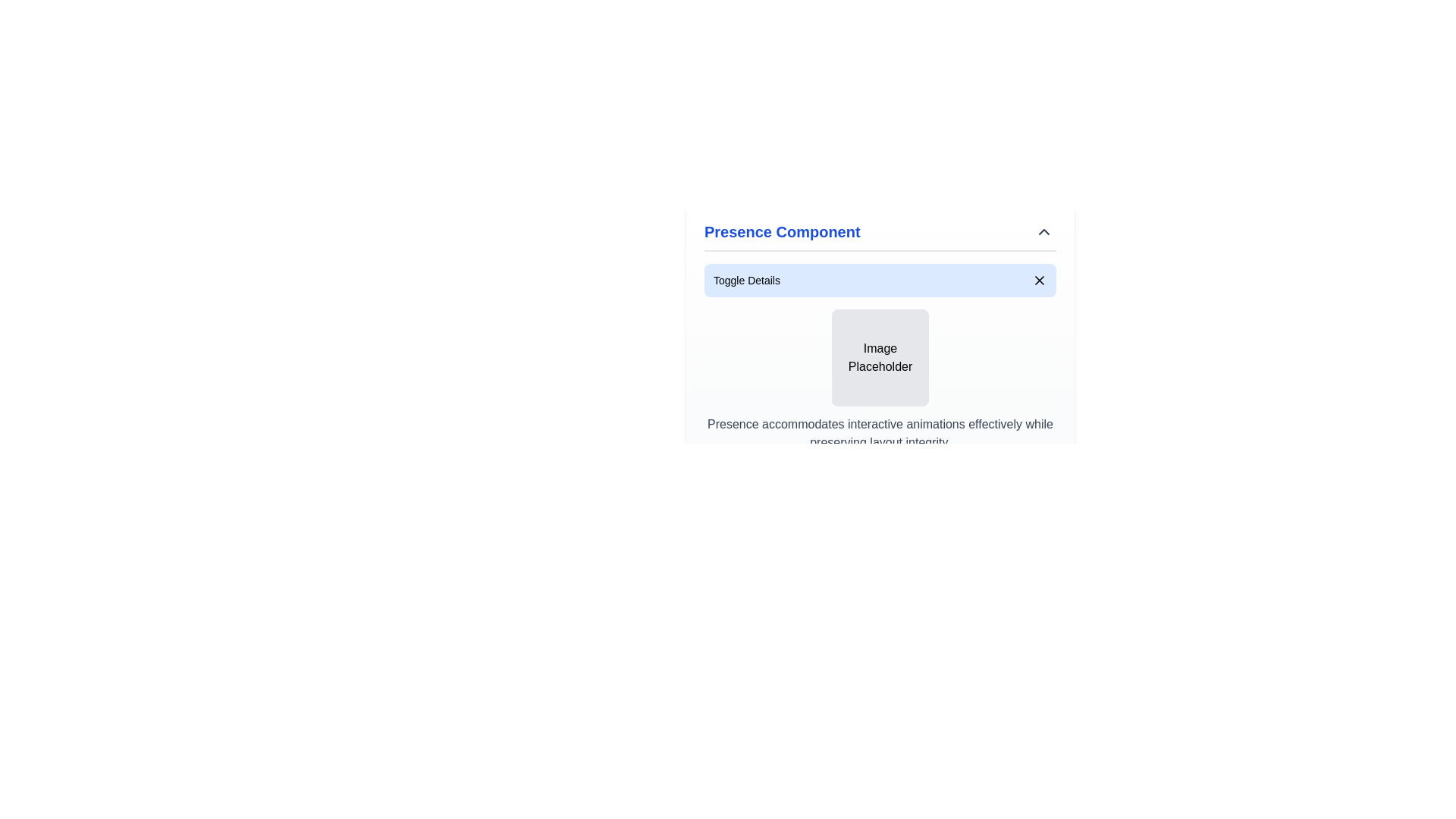  Describe the element at coordinates (880, 357) in the screenshot. I see `the image placeholder located centrally below the 'Toggle Details' bar and above the explanation text` at that location.